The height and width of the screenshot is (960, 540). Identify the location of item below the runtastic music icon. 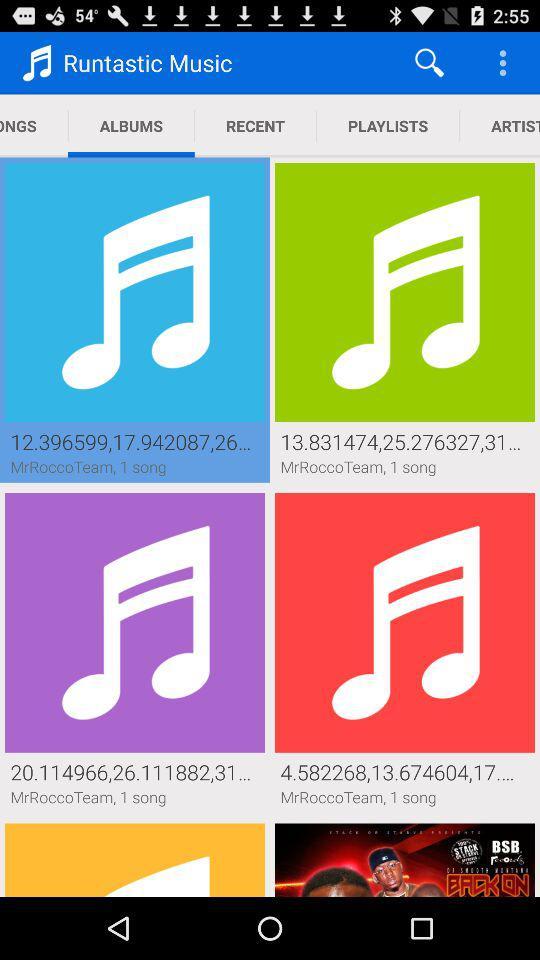
(255, 125).